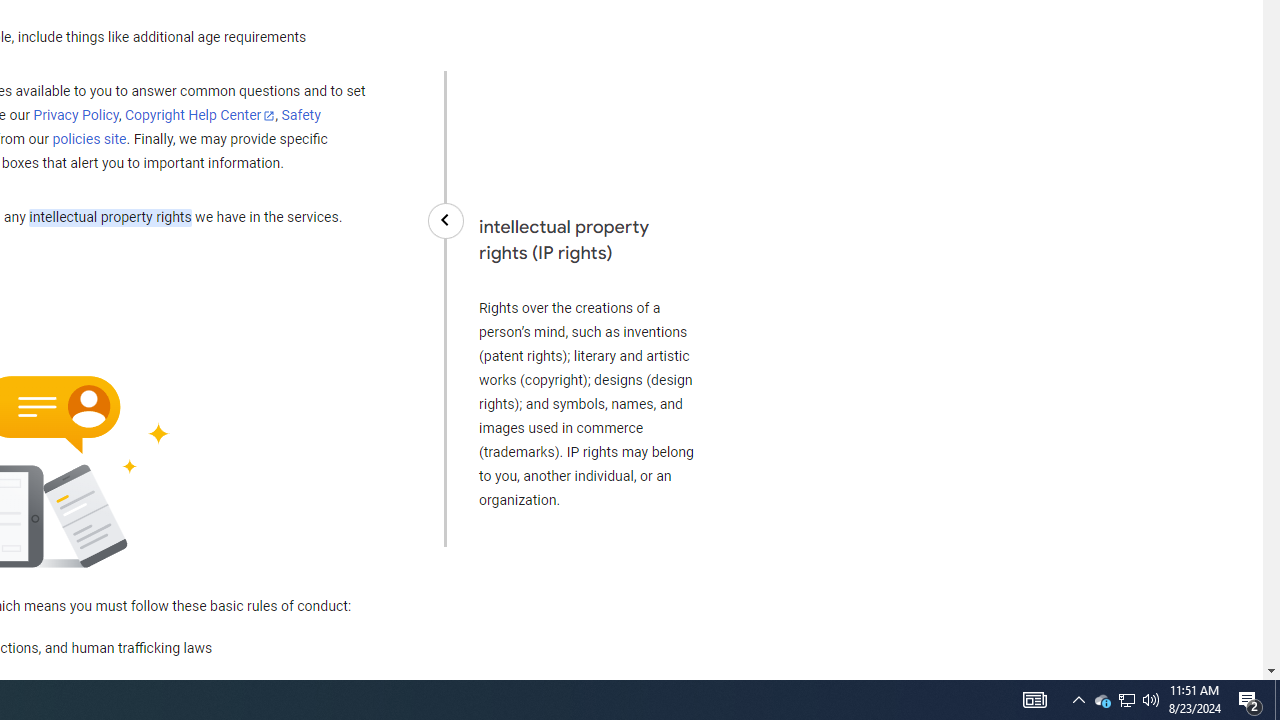 The height and width of the screenshot is (720, 1280). What do you see at coordinates (200, 116) in the screenshot?
I see `'Copyright Help Center'` at bounding box center [200, 116].